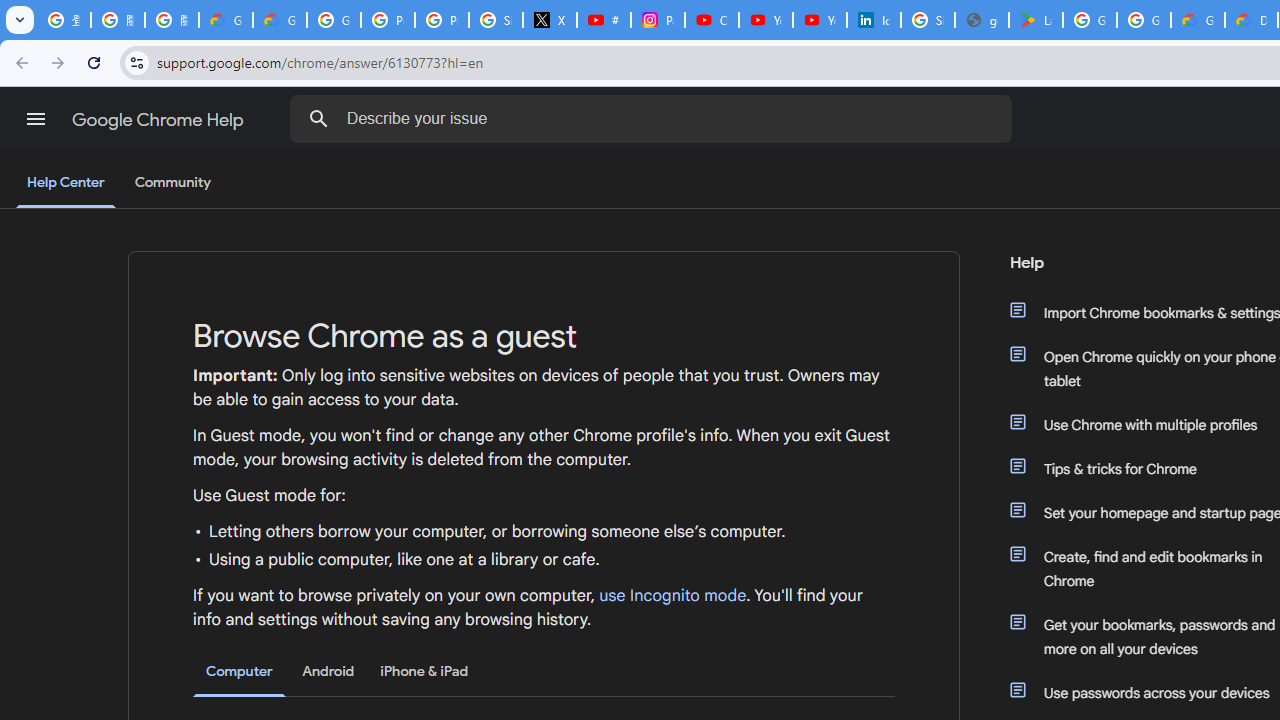 This screenshot has width=1280, height=720. I want to click on 'Search Help Center', so click(317, 118).